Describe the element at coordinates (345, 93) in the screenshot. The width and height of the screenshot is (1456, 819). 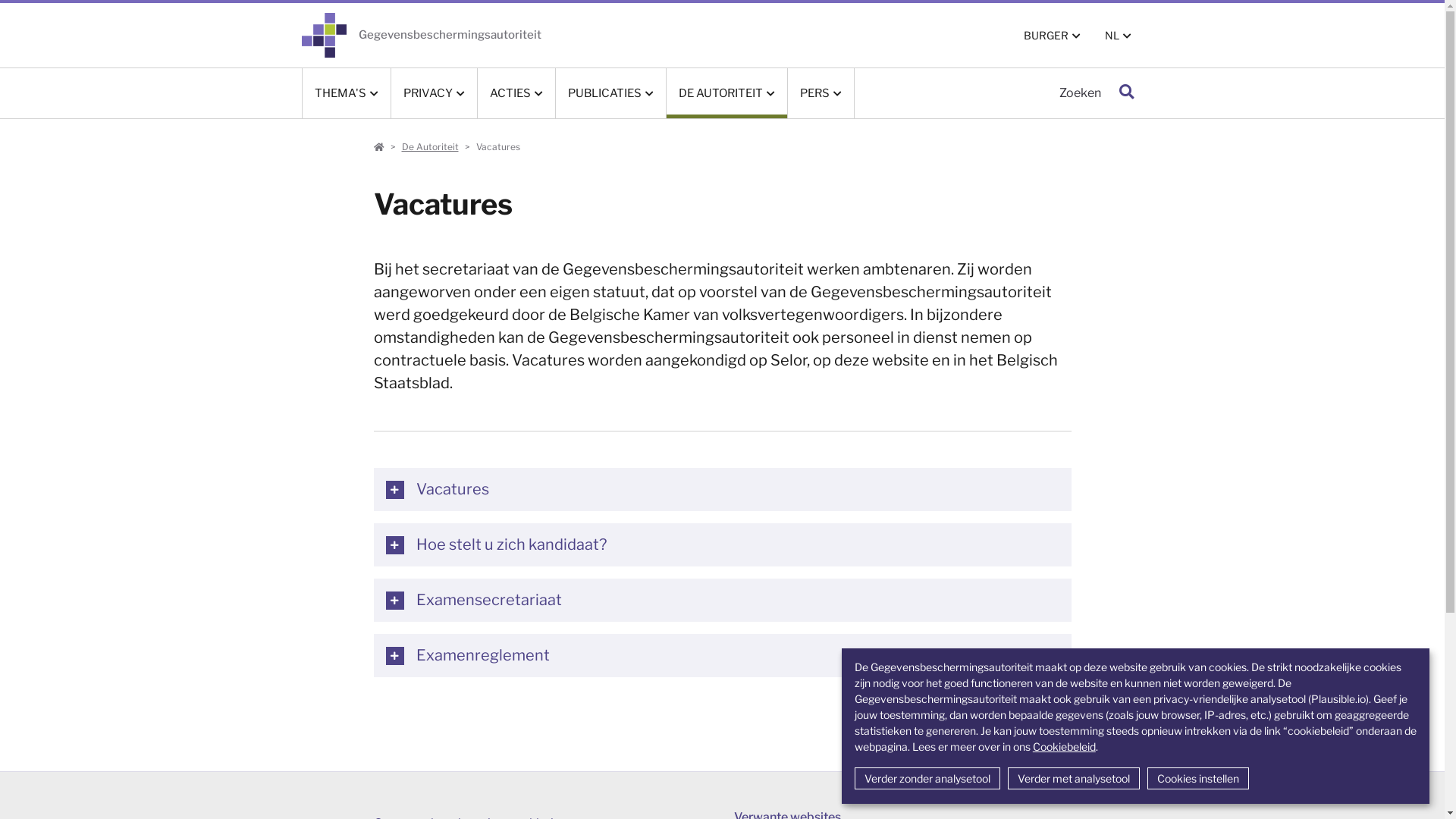
I see `'THEMA'S'` at that location.